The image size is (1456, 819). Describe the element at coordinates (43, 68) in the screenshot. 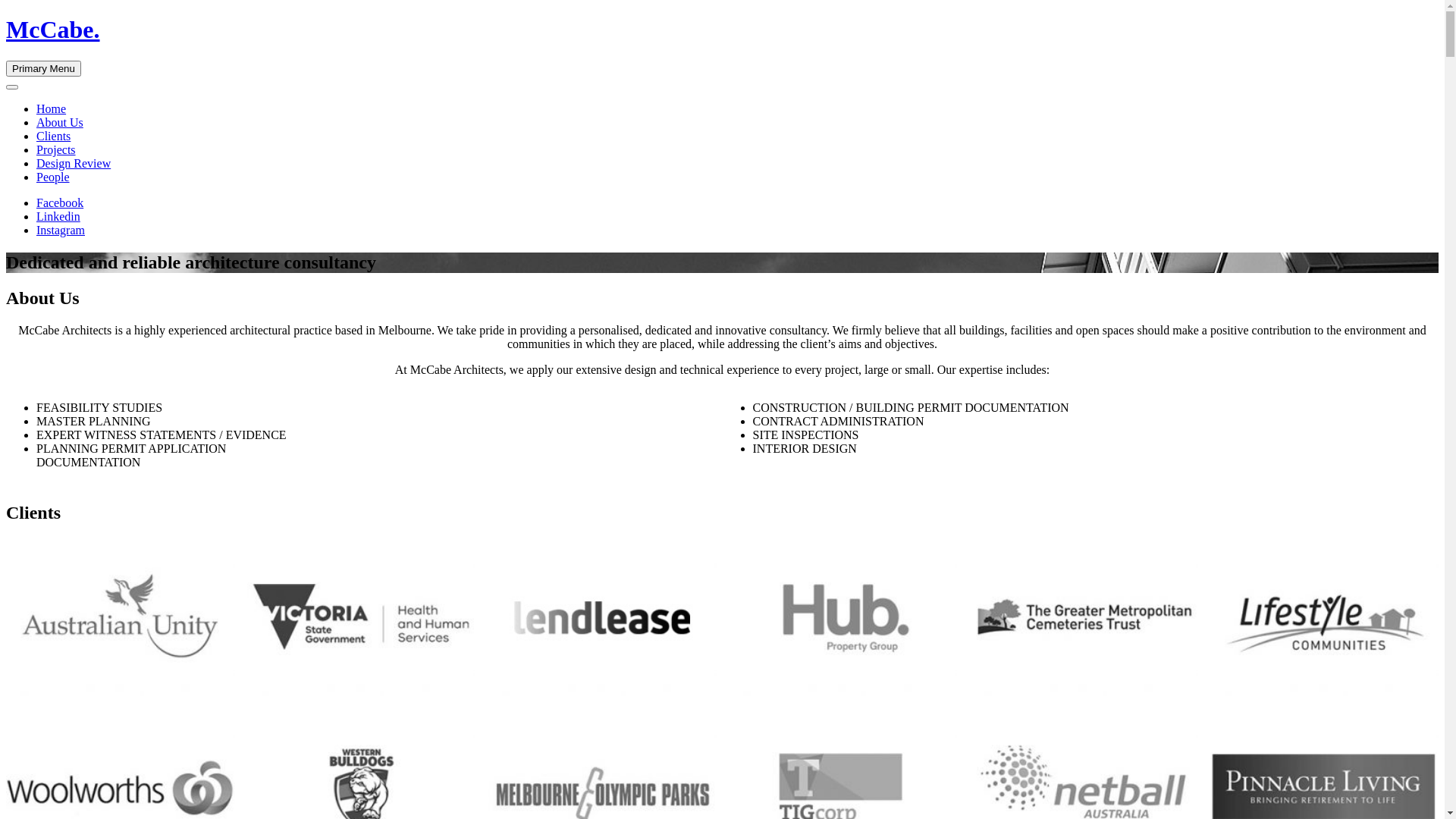

I see `'Primary Menu'` at that location.